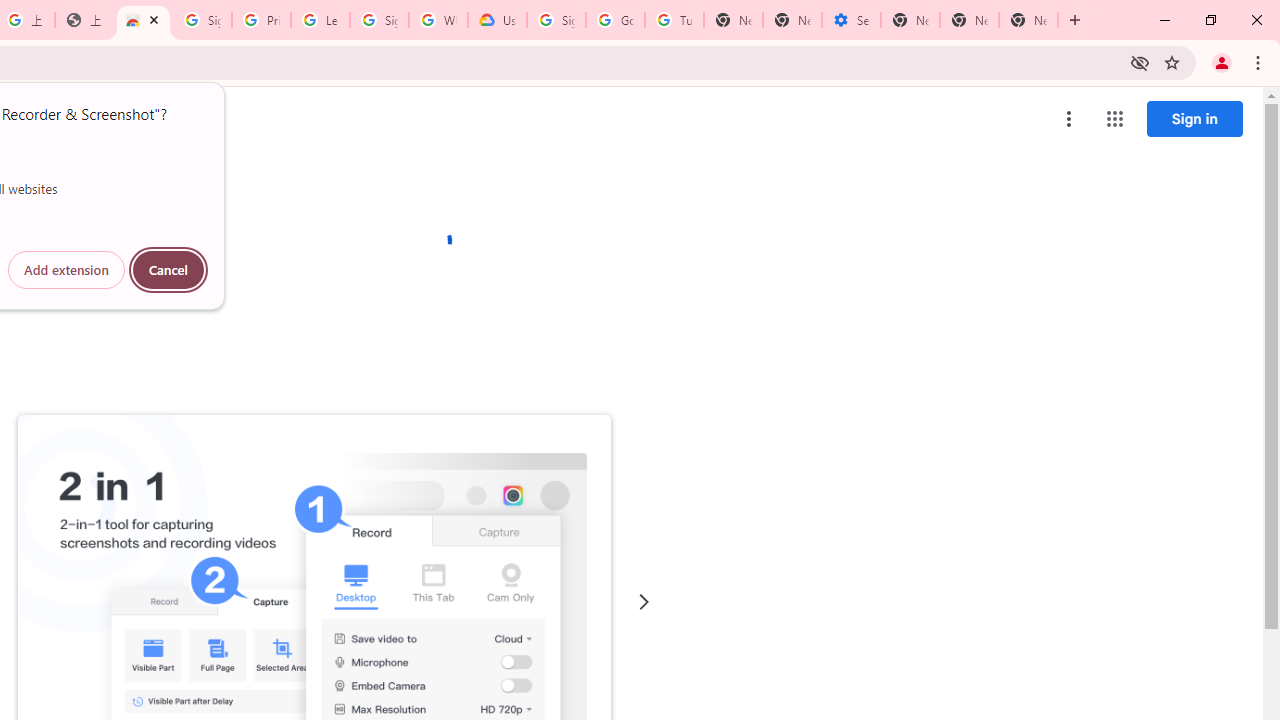 The width and height of the screenshot is (1280, 720). I want to click on 'Next slide', so click(643, 601).